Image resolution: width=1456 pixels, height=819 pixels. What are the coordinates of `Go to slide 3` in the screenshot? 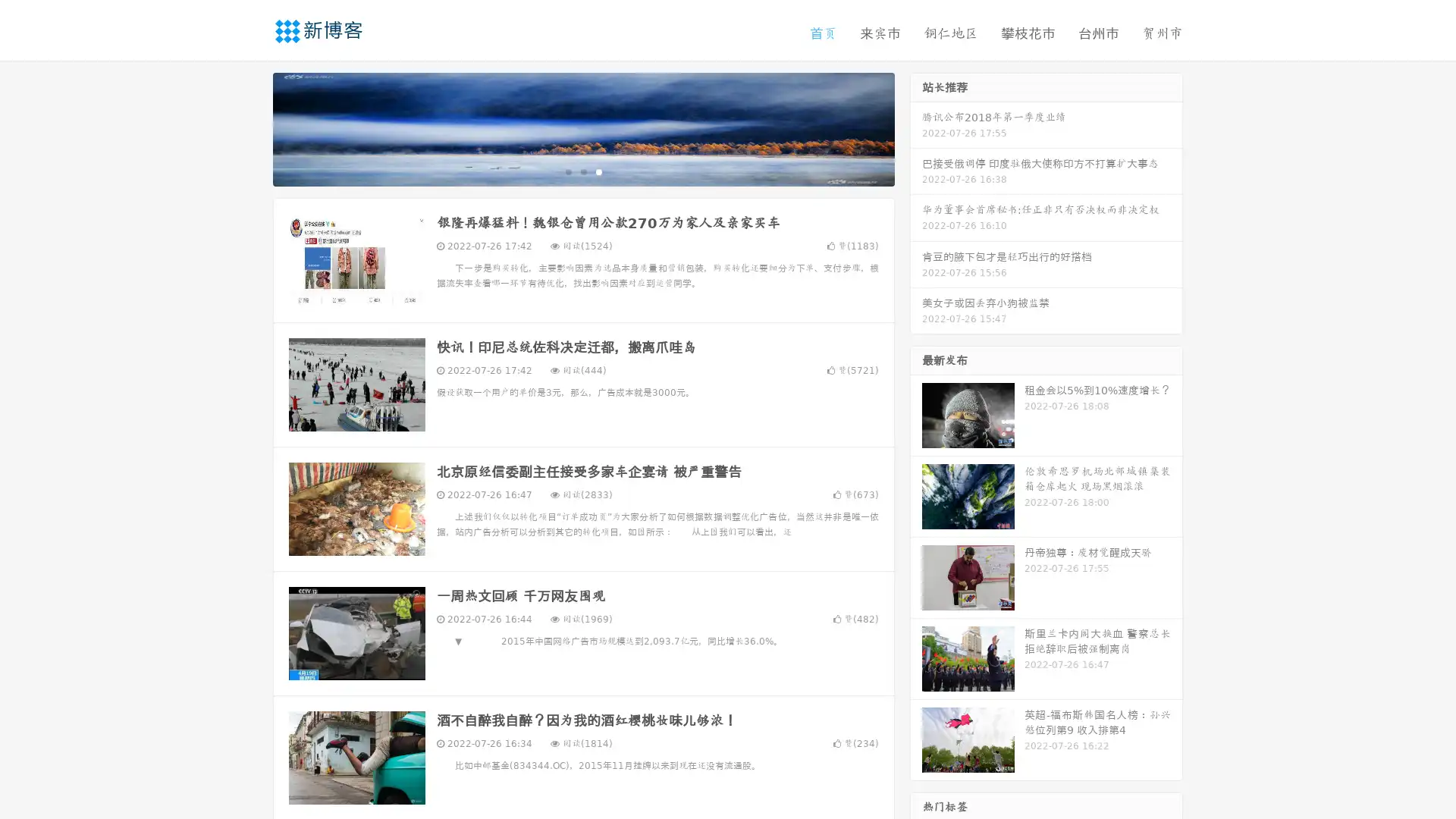 It's located at (598, 171).